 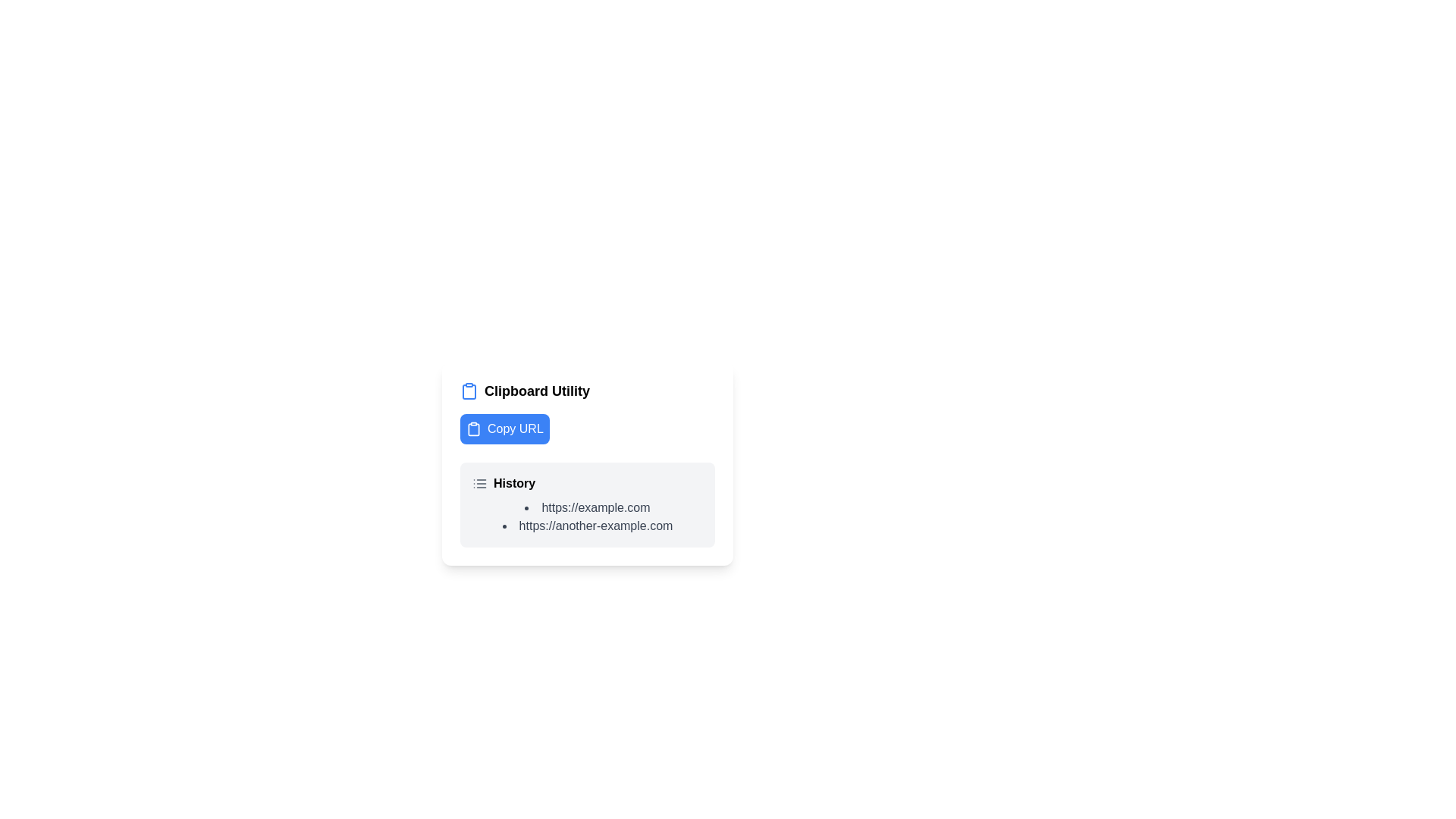 I want to click on the hyperlink 'https://another-example.com' which is the second item in the 'History' list, so click(x=586, y=526).